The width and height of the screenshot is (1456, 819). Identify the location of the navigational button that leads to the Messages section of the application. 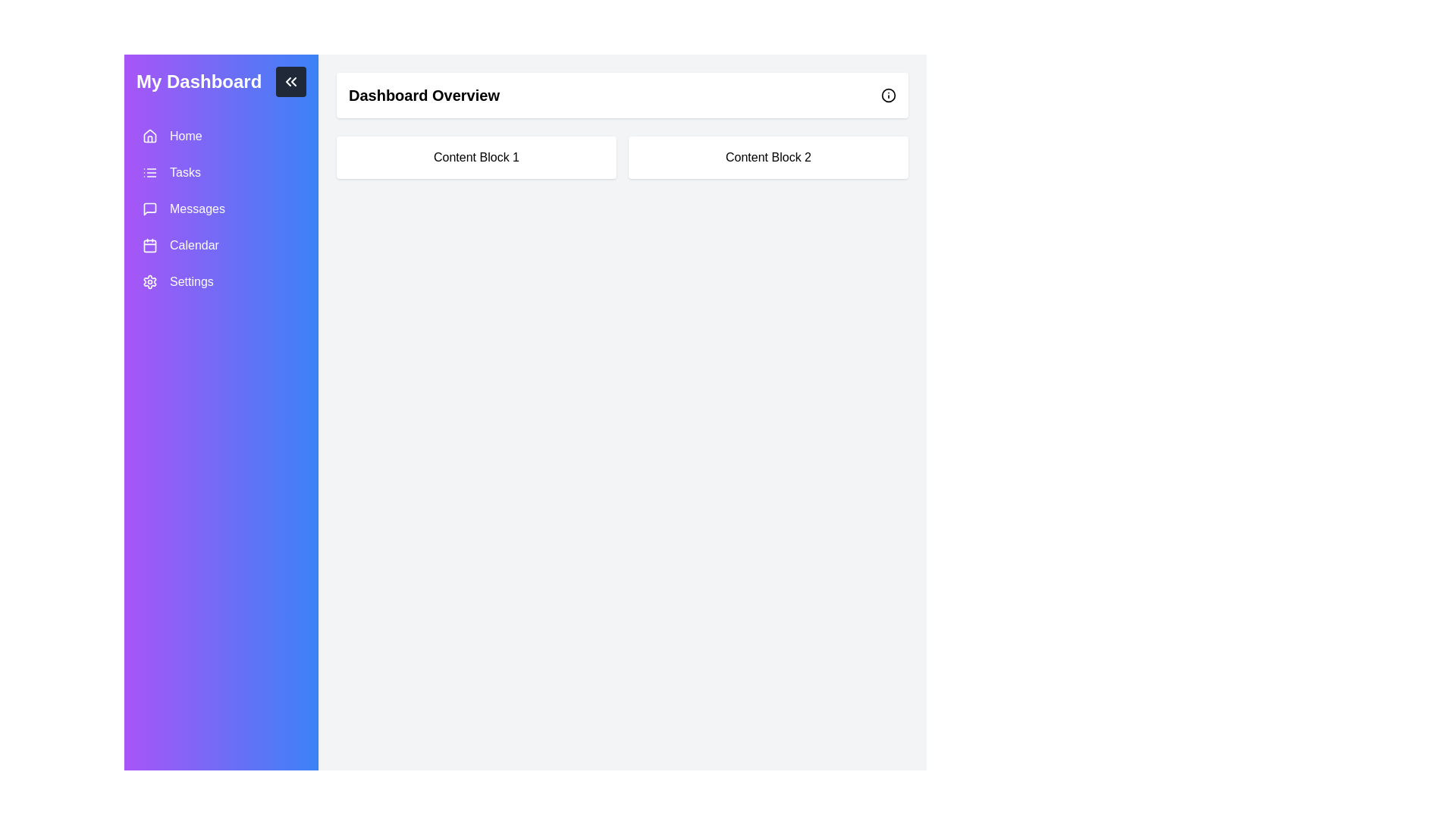
(221, 209).